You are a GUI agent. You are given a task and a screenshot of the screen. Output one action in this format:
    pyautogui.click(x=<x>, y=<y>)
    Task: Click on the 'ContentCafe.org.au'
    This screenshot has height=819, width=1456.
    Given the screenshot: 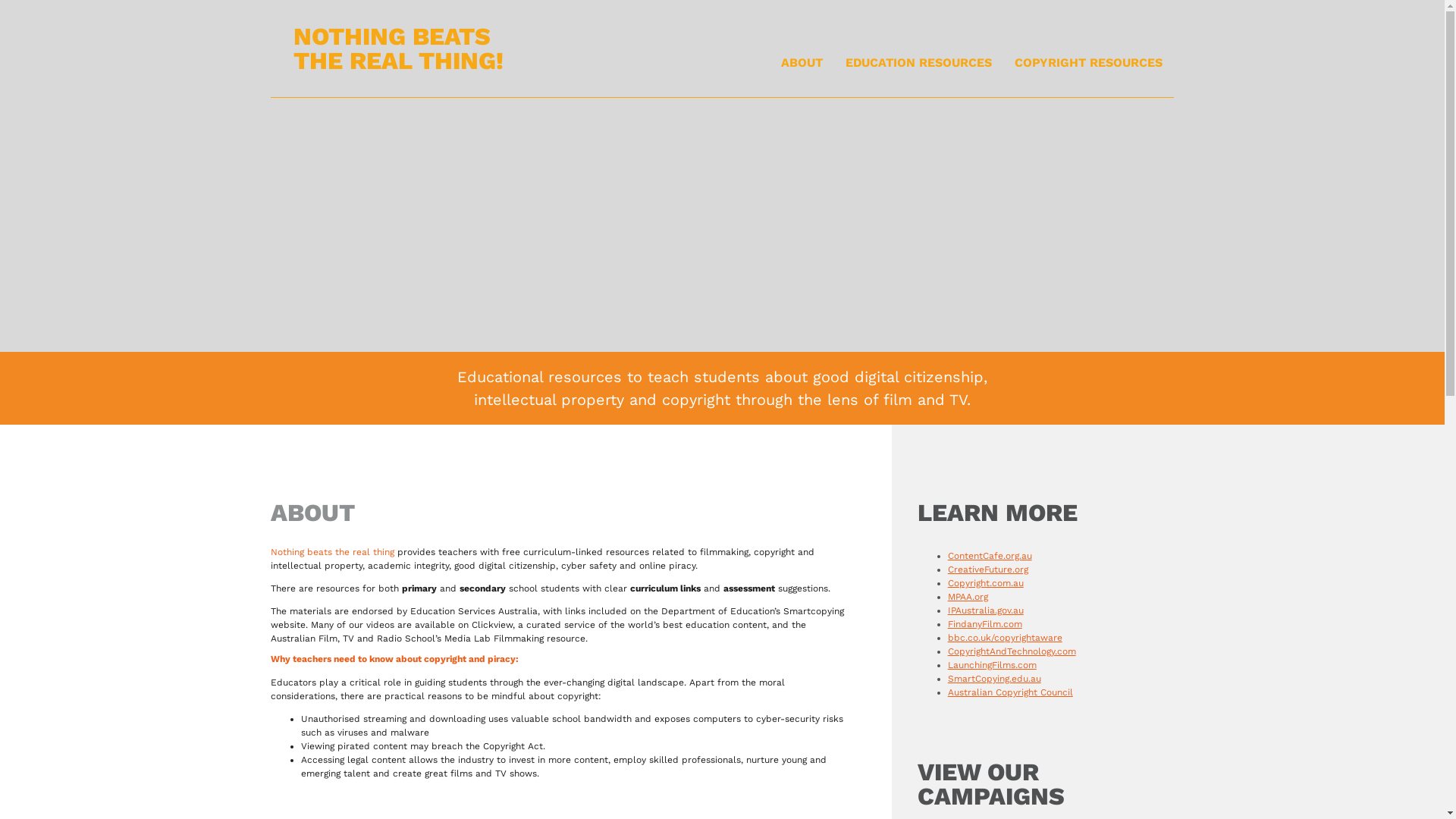 What is the action you would take?
    pyautogui.click(x=990, y=555)
    